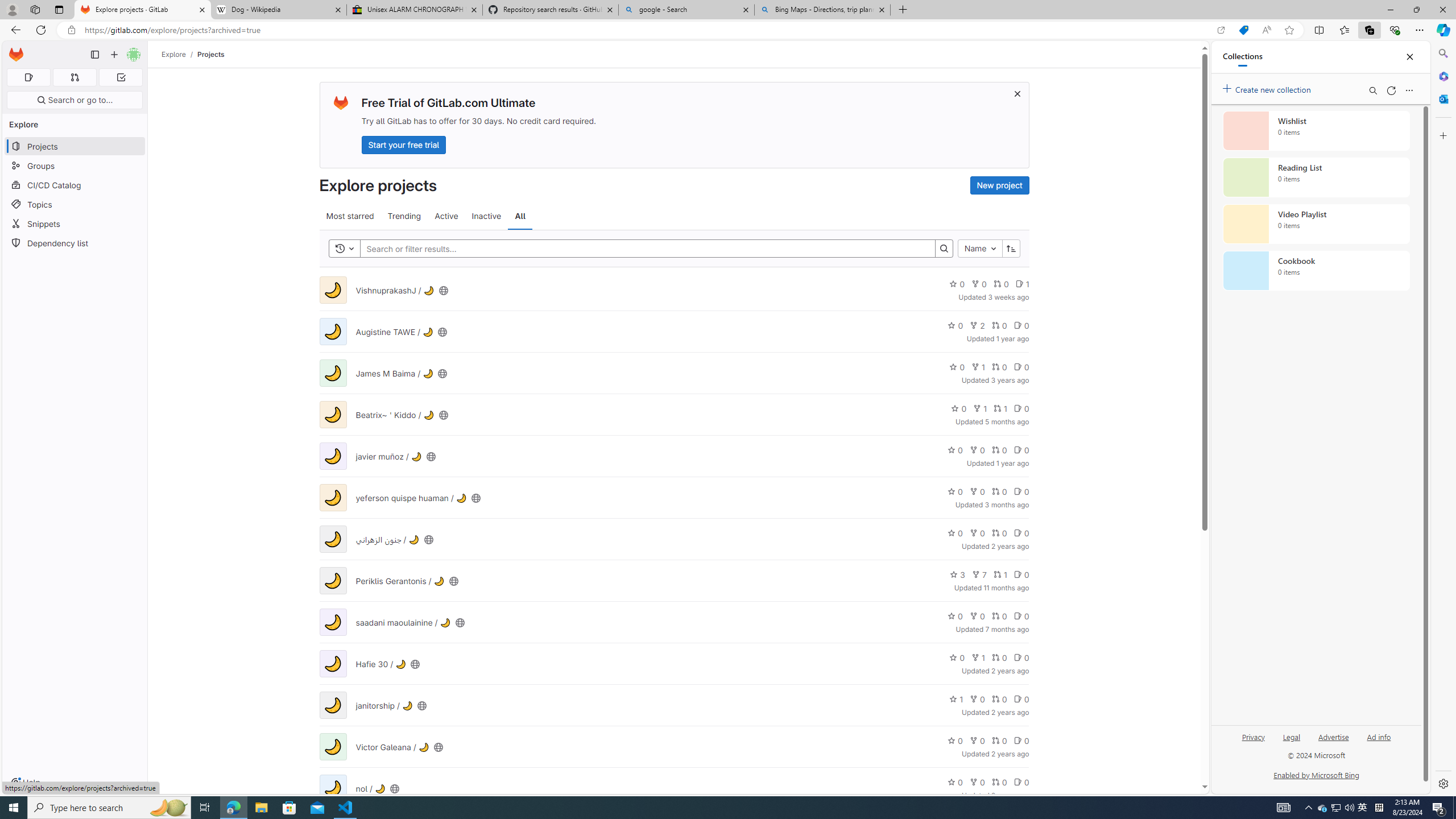 The image size is (1456, 819). I want to click on '0', so click(1020, 781).